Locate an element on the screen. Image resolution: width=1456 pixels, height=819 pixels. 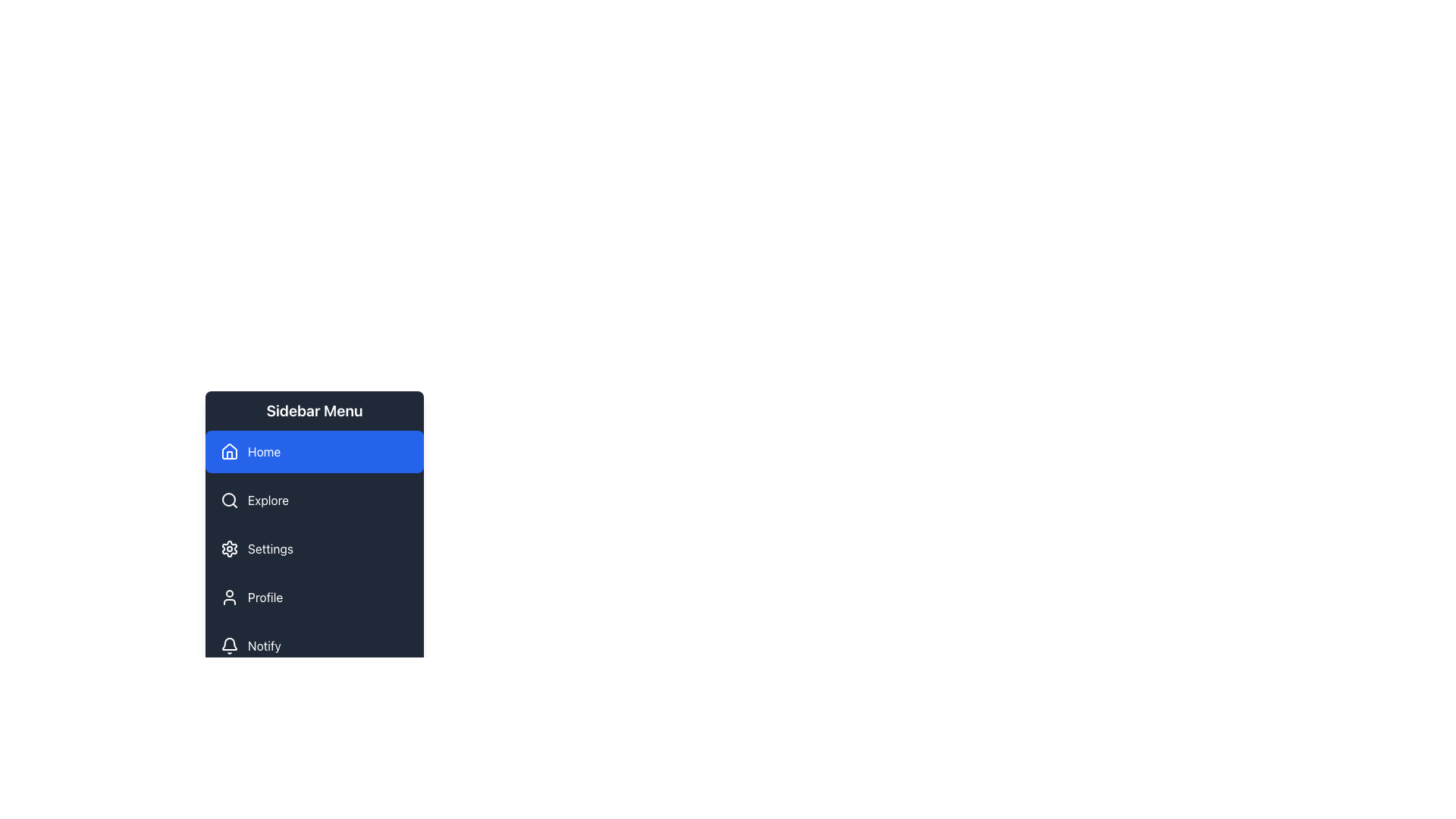
the third button in the vertical sidebar menu, which navigates to 'Settings' is located at coordinates (313, 549).